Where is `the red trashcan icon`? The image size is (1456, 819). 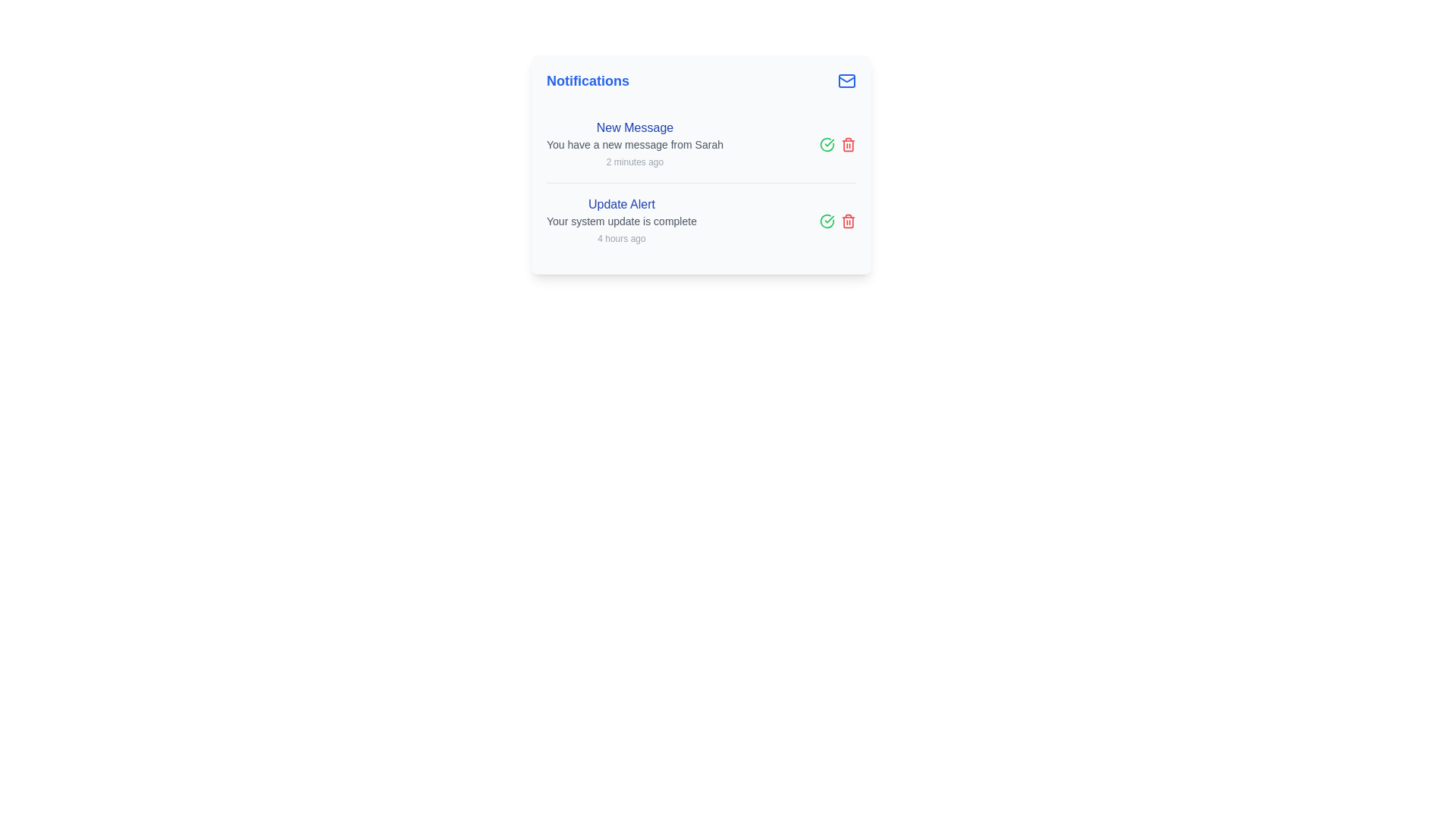
the red trashcan icon is located at coordinates (847, 221).